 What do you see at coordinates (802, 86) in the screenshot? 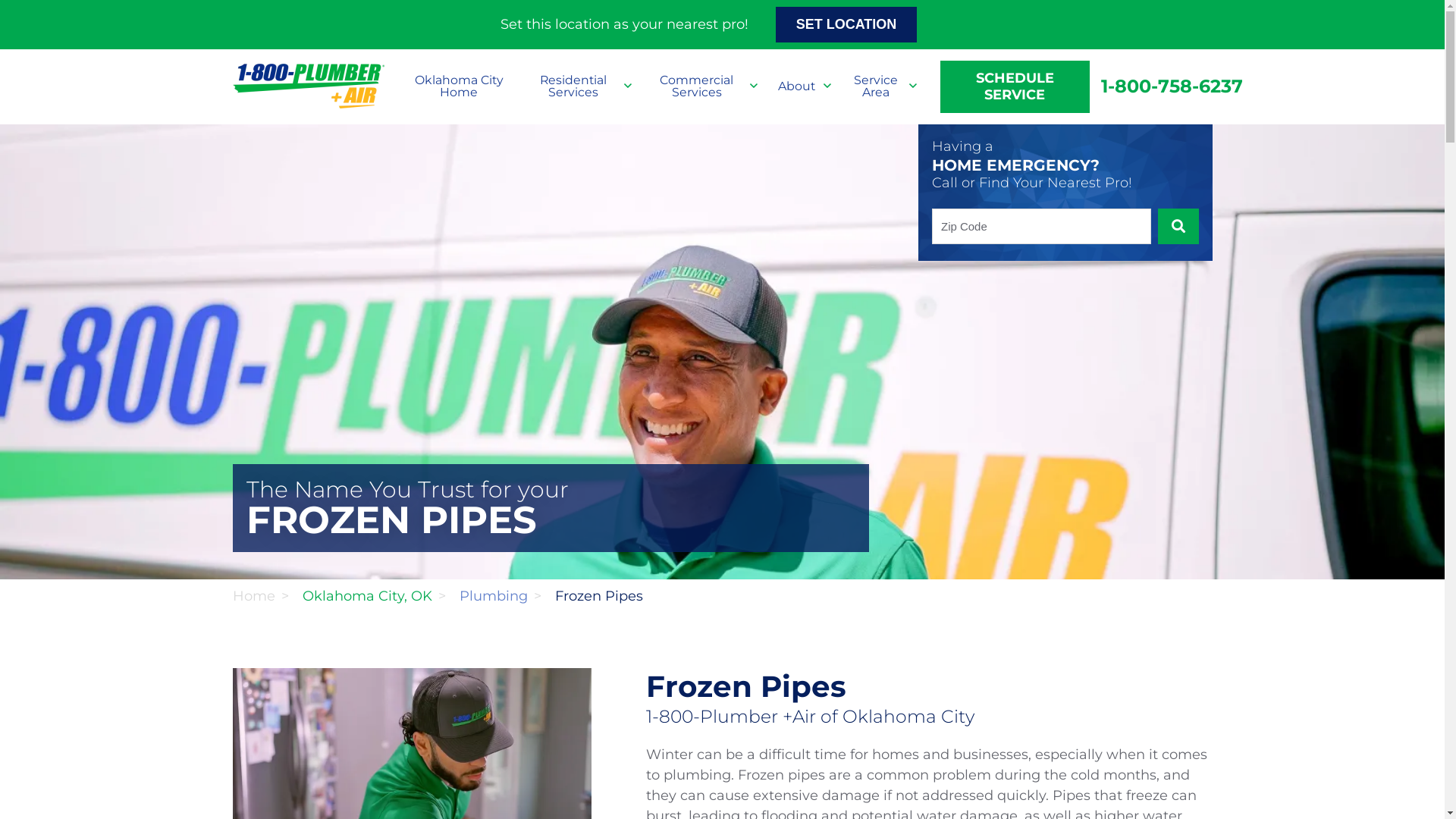
I see `'About'` at bounding box center [802, 86].